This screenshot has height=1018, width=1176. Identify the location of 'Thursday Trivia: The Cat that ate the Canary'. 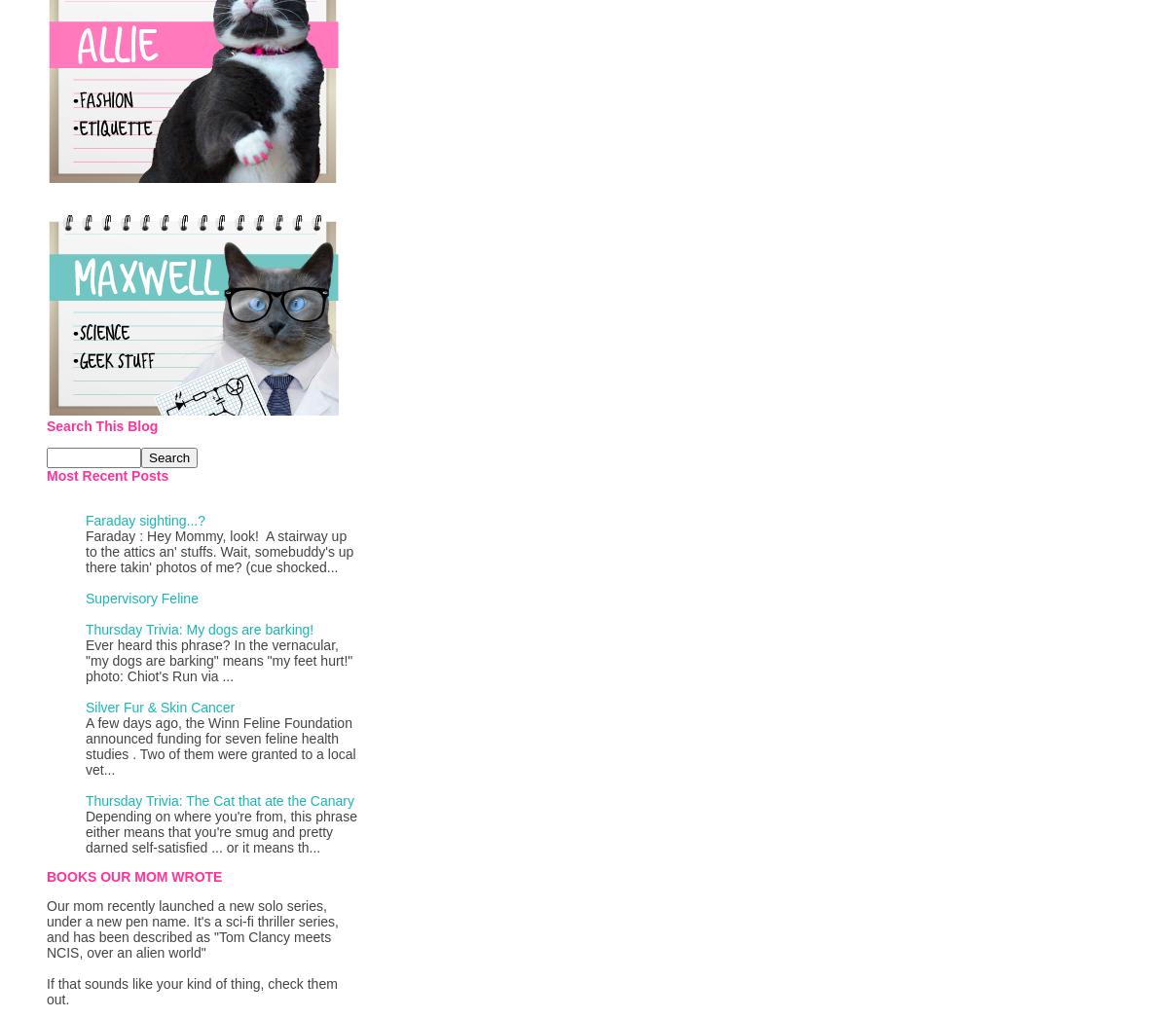
(220, 800).